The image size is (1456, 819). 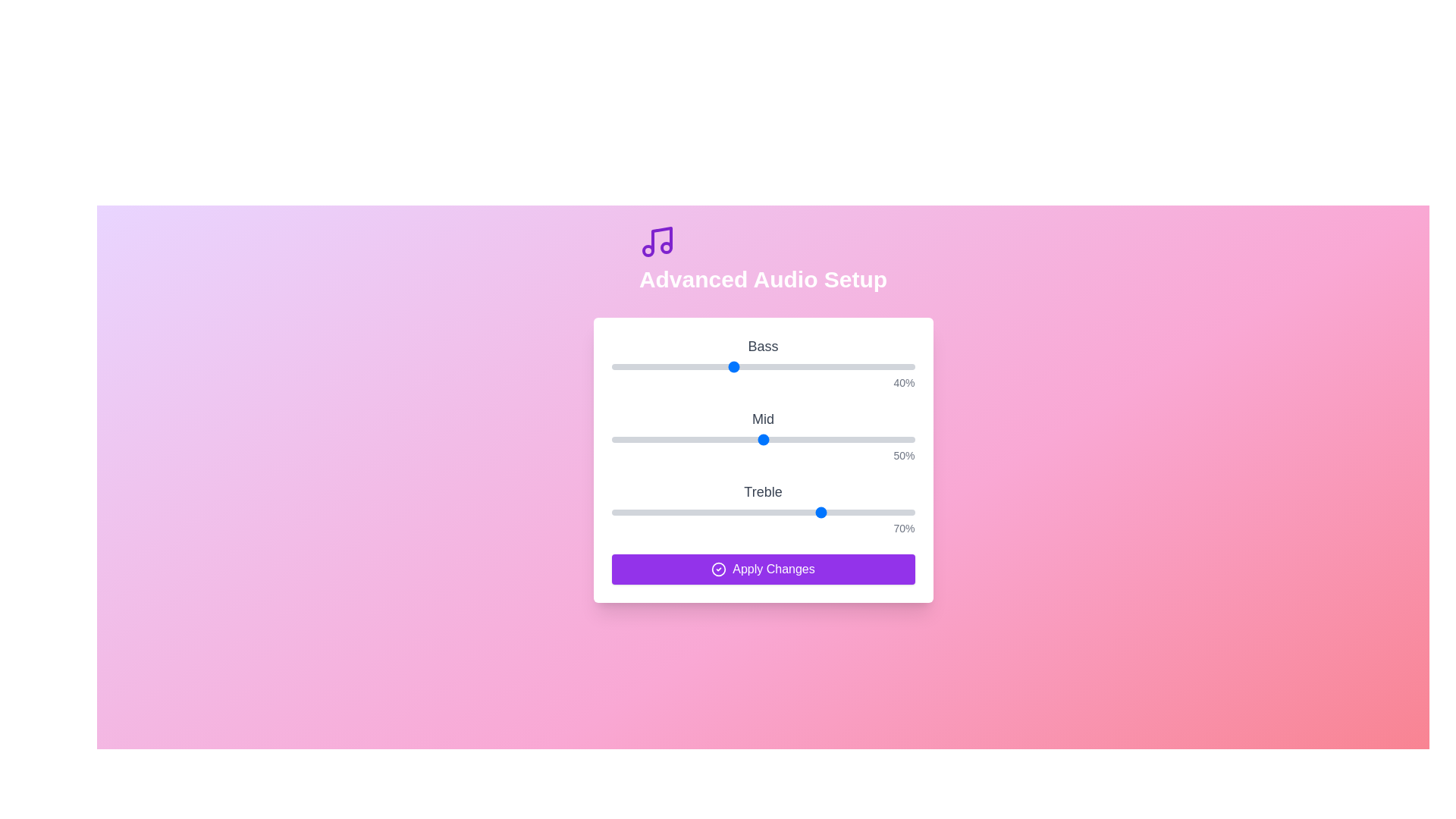 I want to click on the 1 slider to 66%, so click(x=811, y=439).